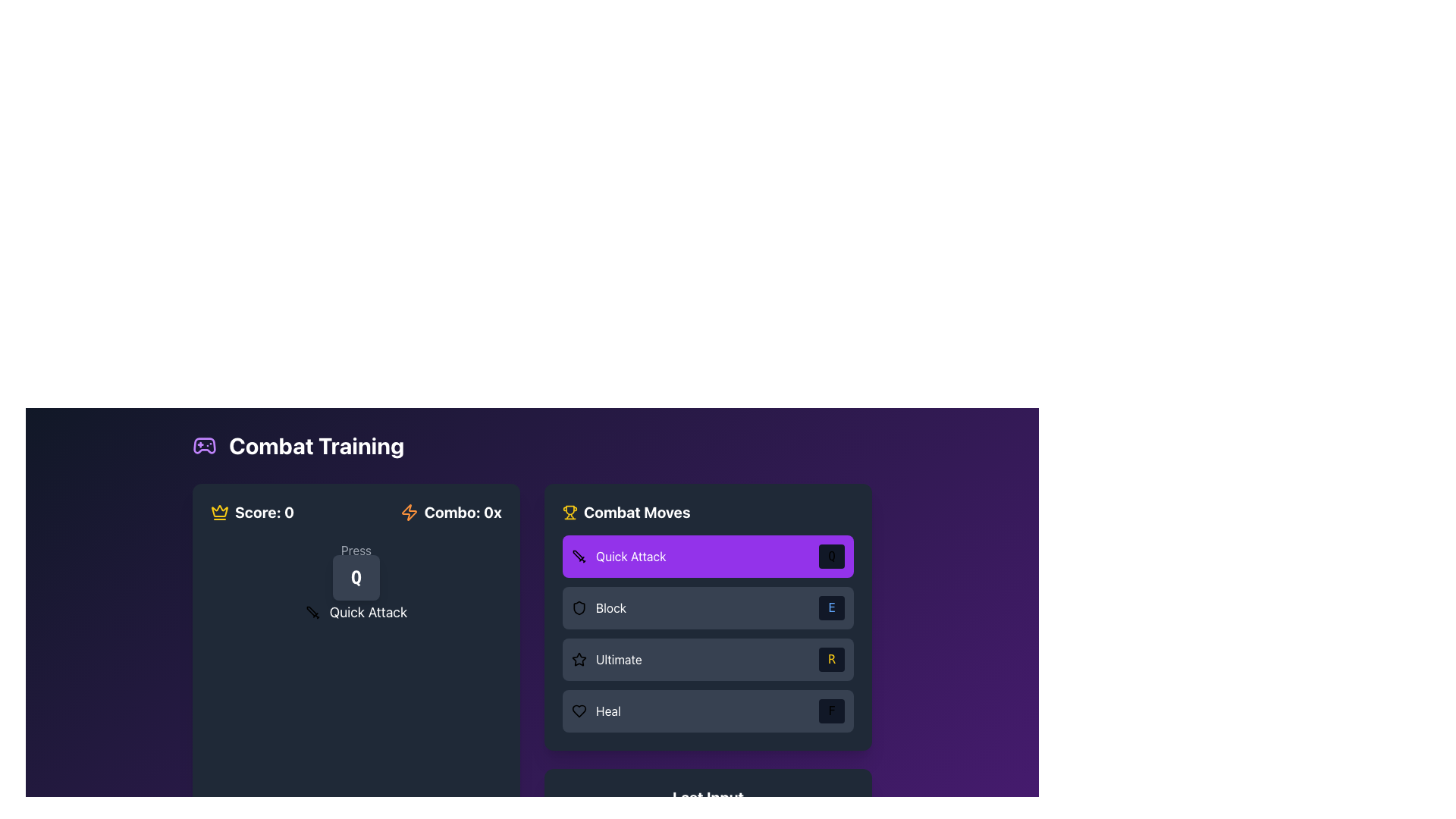 The width and height of the screenshot is (1456, 819). I want to click on the 'Quick Attack' text label located in the lower portion of the left-side interface panel labeled 'Combat Training', positioned directly below the button labeled 'Q', so click(356, 611).